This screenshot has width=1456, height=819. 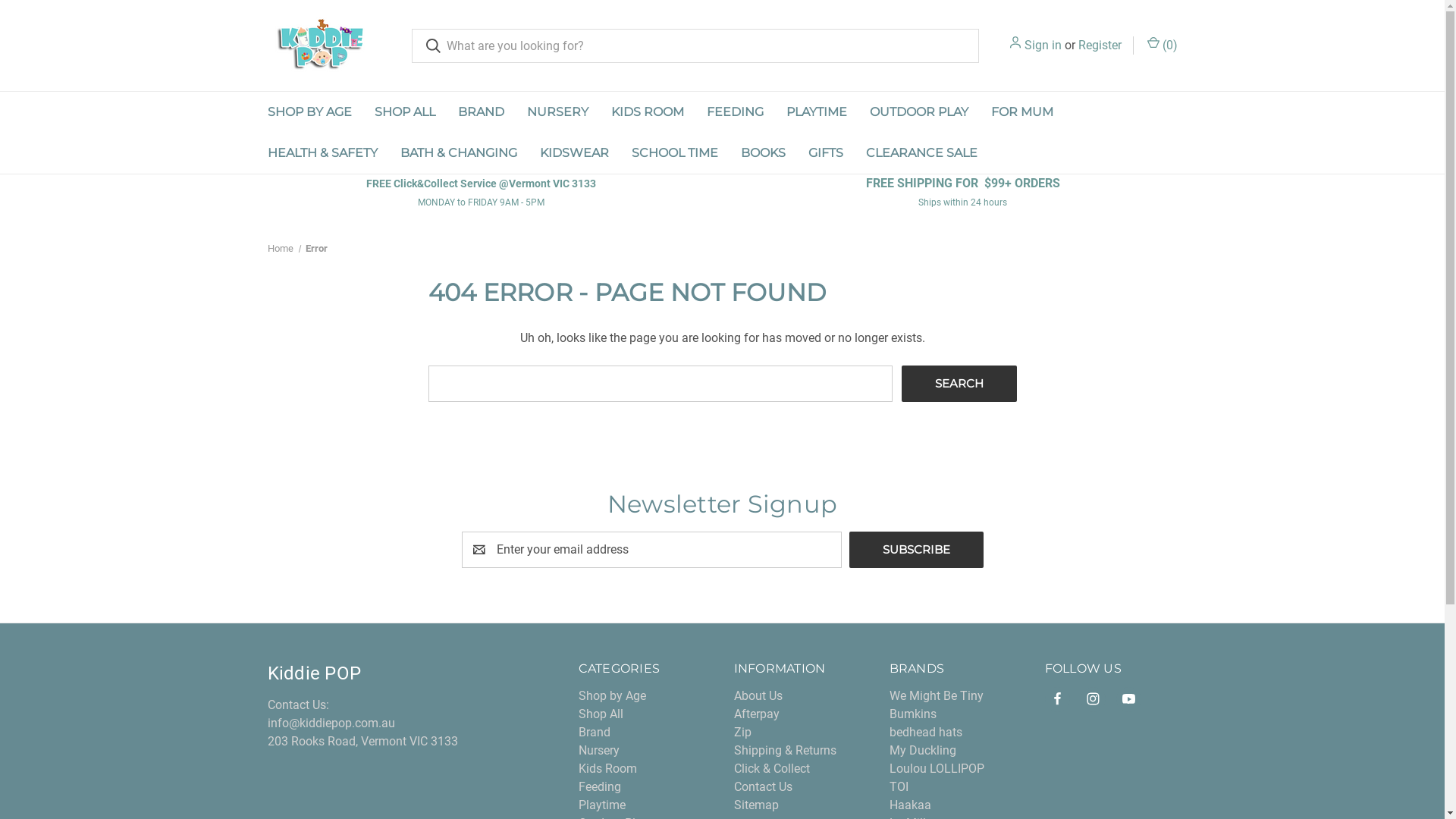 I want to click on 'OUTDOOR PLAY', so click(x=918, y=111).